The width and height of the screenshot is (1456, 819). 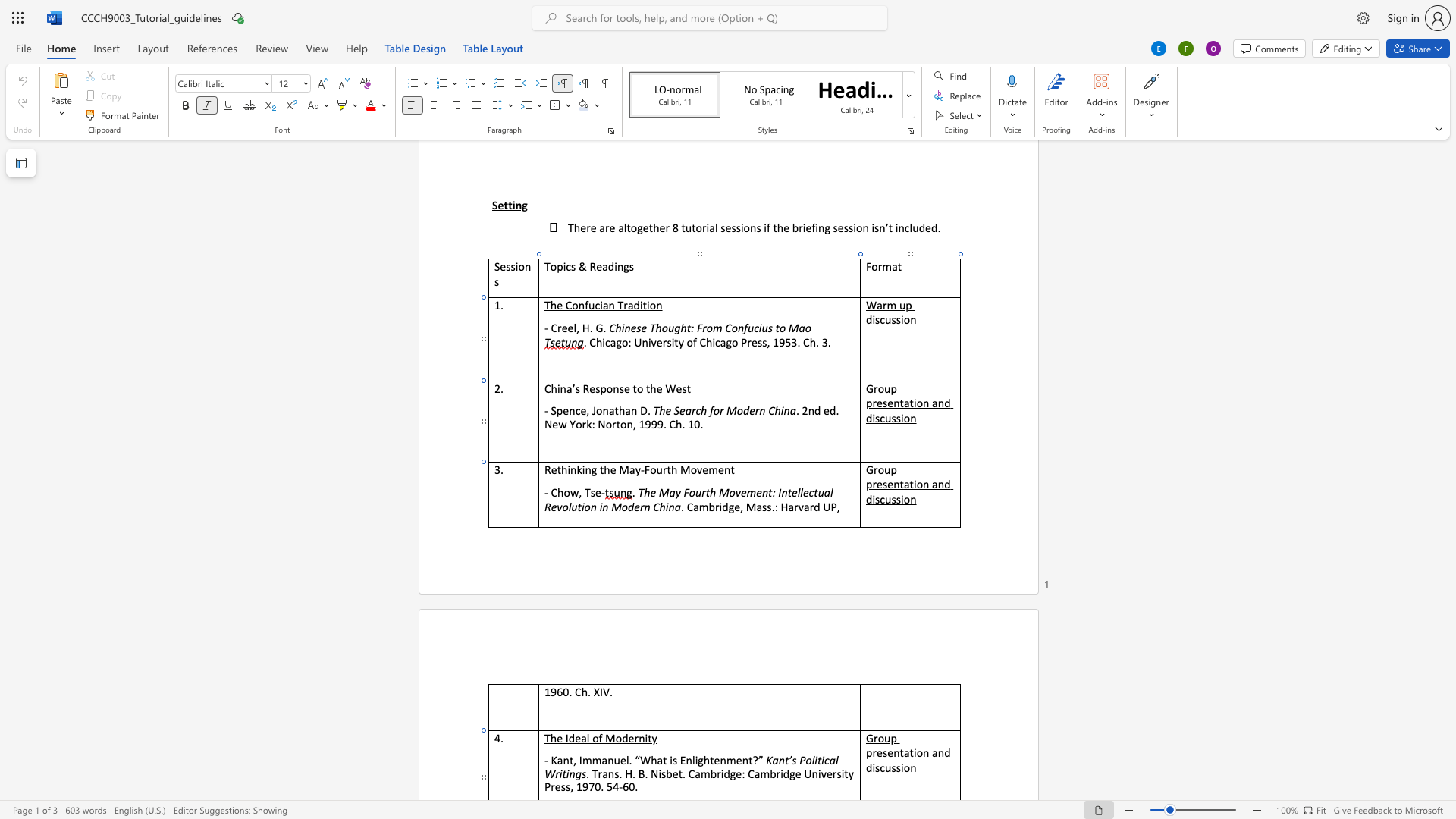 What do you see at coordinates (566, 469) in the screenshot?
I see `the space between the continuous character "h" and "i" in the text` at bounding box center [566, 469].